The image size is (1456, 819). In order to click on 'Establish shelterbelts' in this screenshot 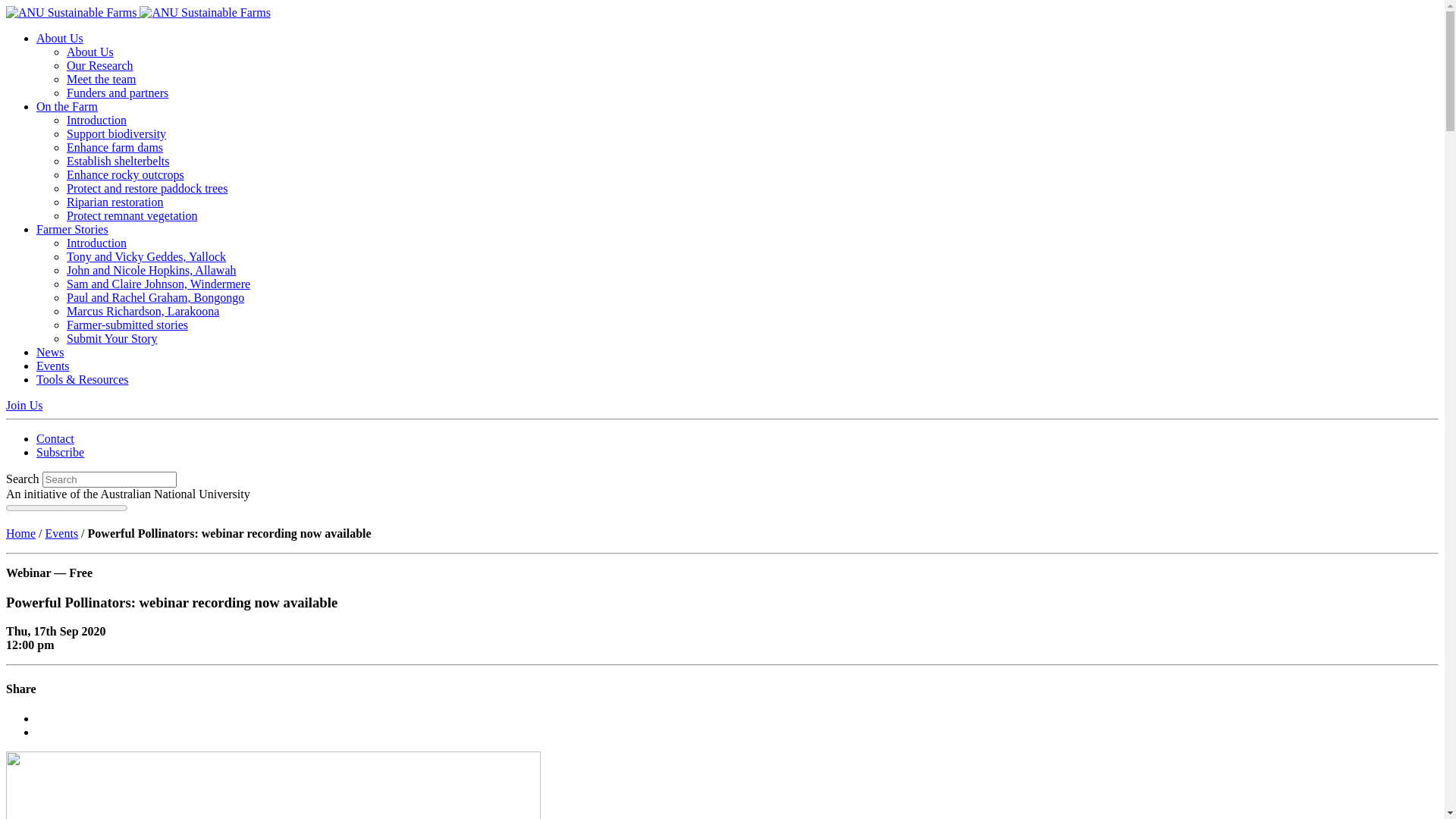, I will do `click(65, 161)`.